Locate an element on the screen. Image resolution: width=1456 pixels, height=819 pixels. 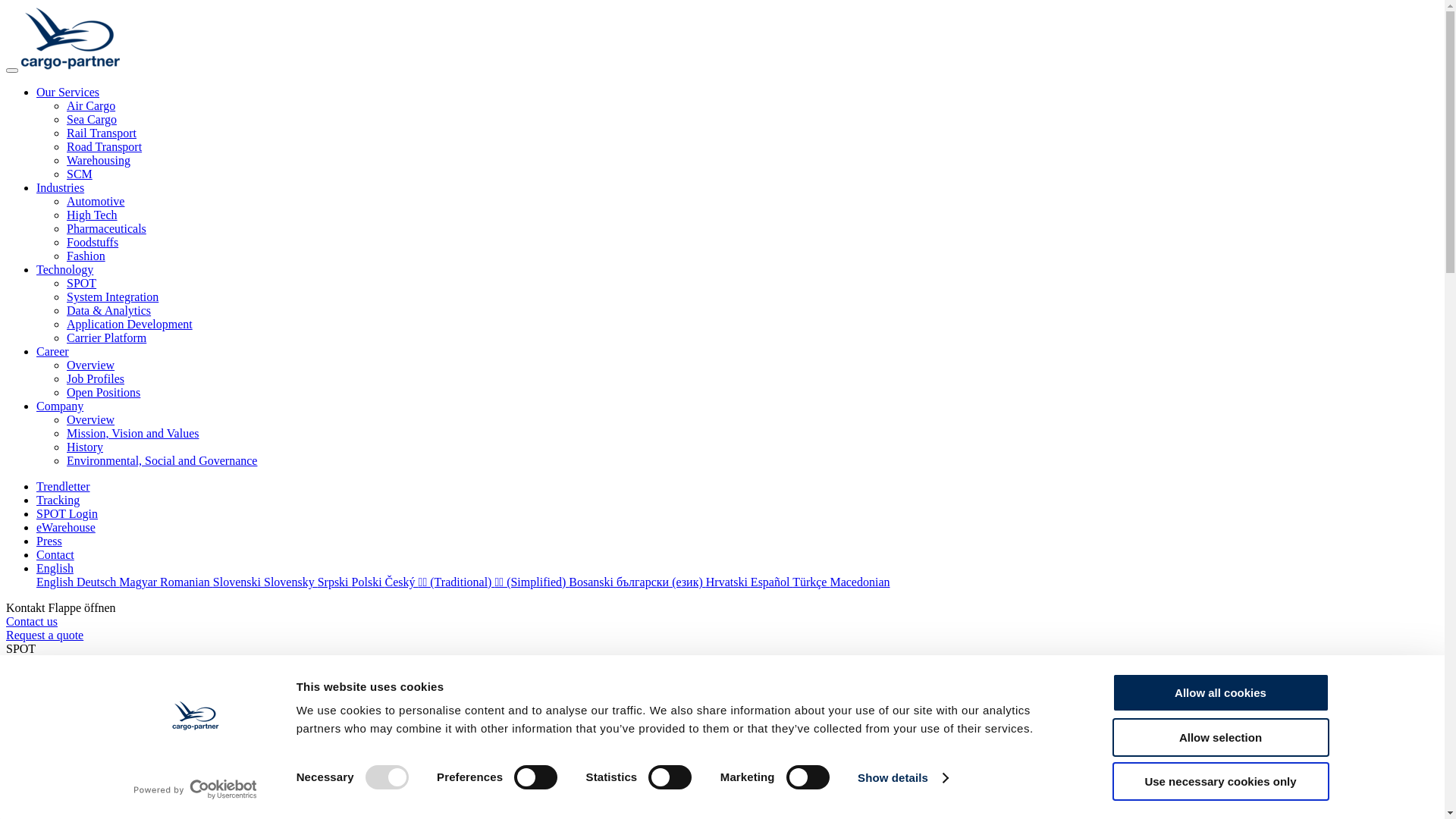
'English' is located at coordinates (56, 581).